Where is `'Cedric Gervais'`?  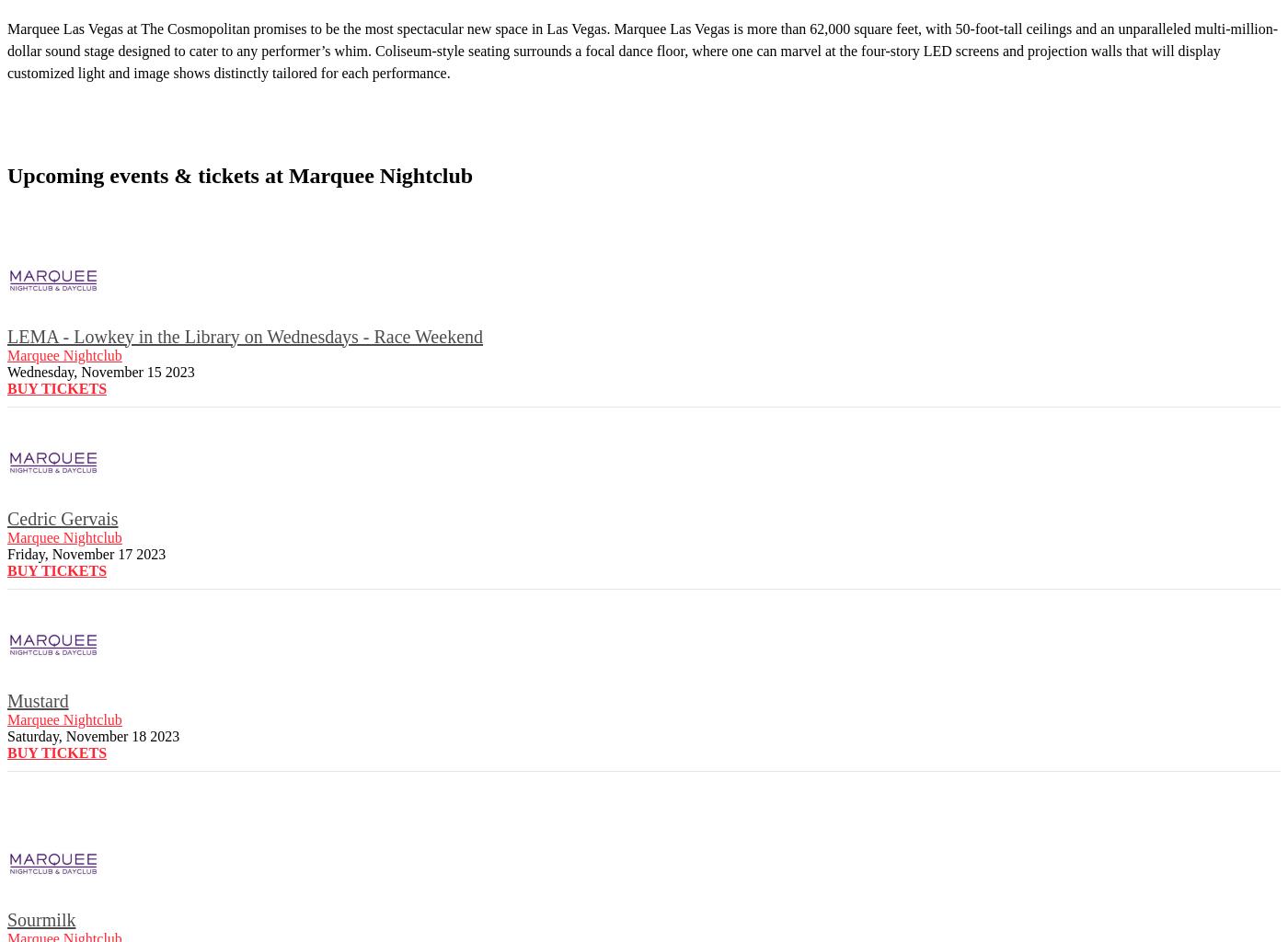 'Cedric Gervais' is located at coordinates (63, 516).